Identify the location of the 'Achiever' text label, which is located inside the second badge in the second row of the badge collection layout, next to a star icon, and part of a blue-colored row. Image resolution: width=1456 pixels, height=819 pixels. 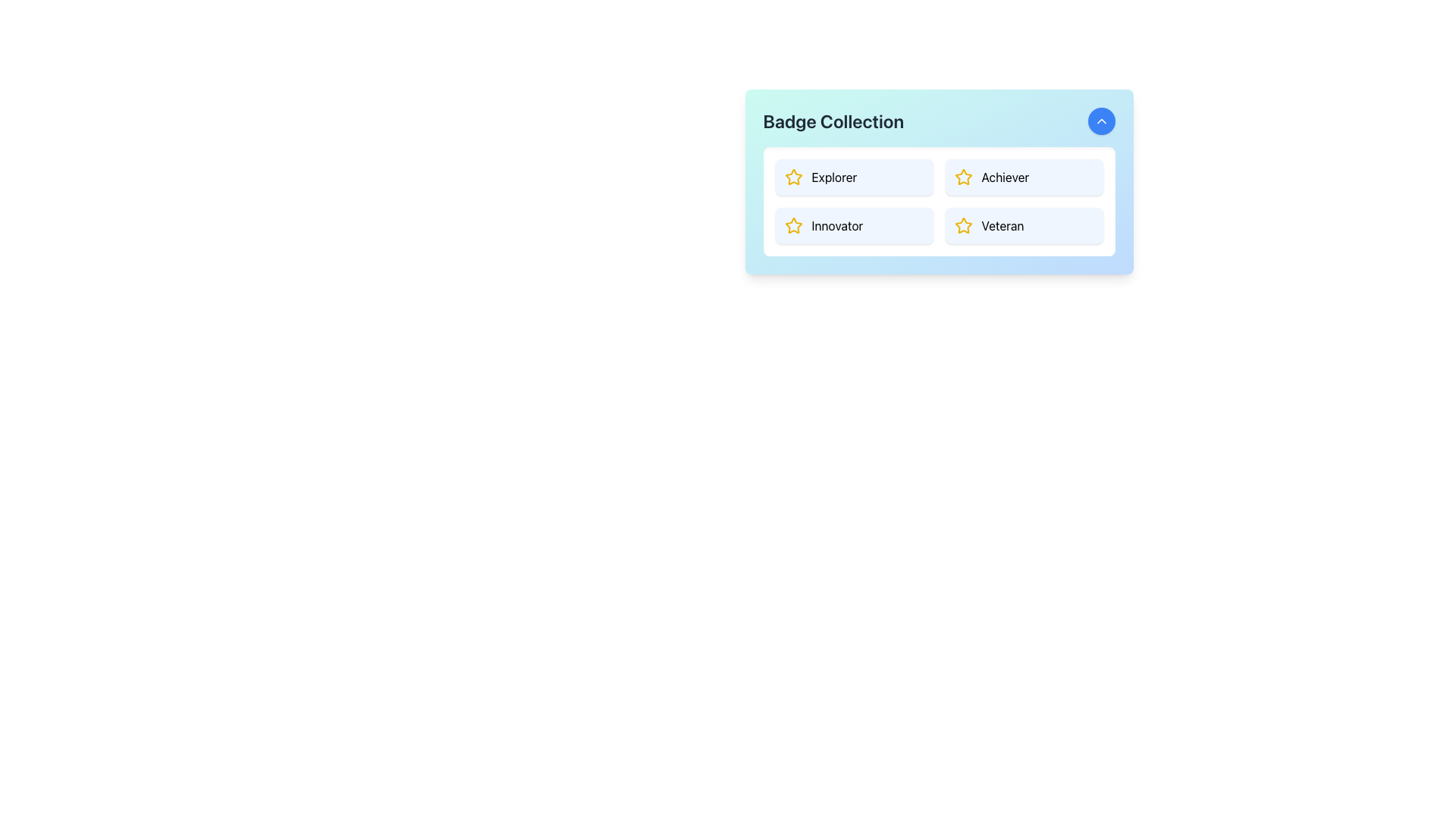
(1005, 177).